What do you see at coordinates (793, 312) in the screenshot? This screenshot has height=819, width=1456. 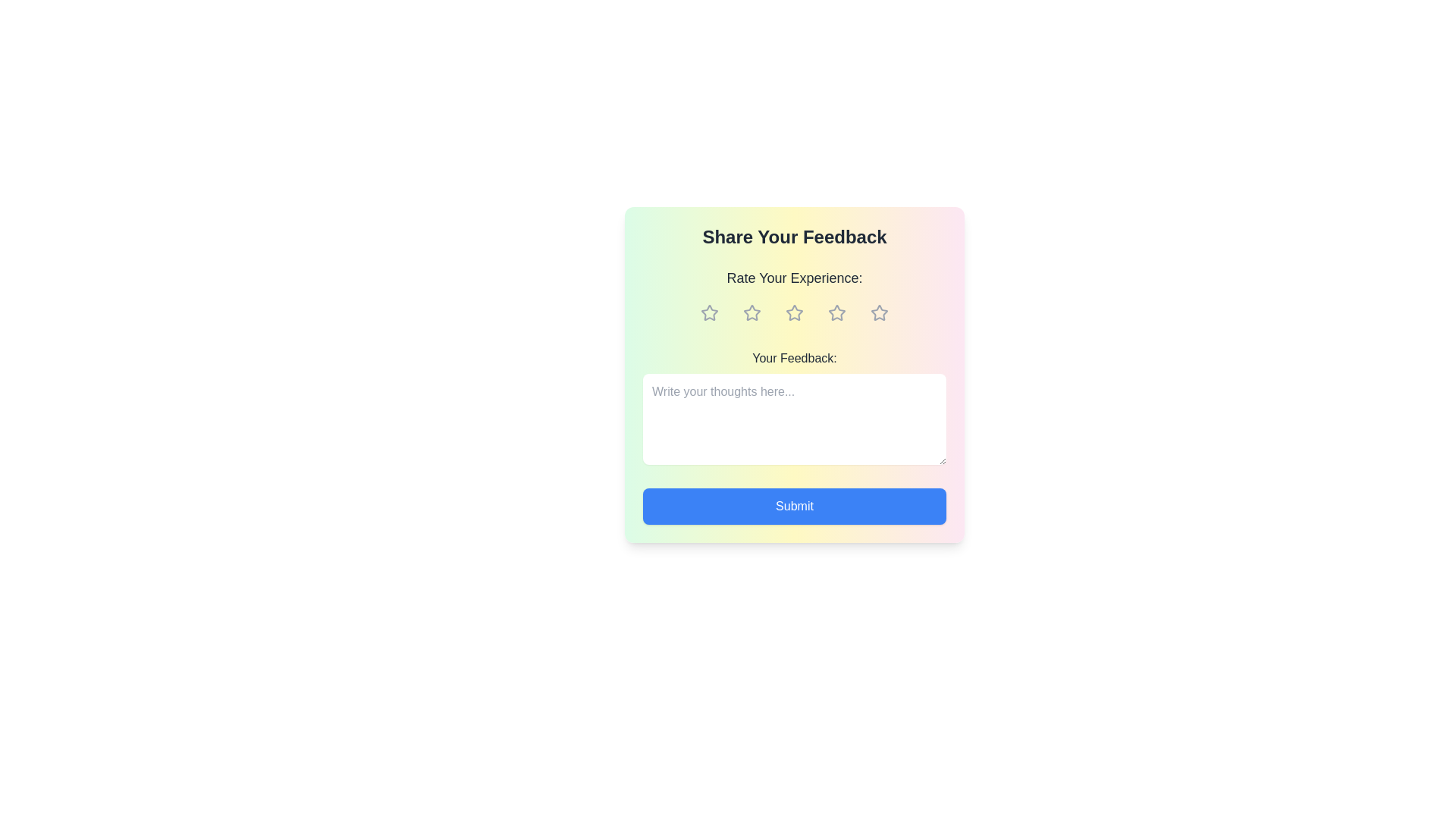 I see `the third star icon in the horizontal row of rating stars below the text 'Rate Your Experience' to indicate a potential rating` at bounding box center [793, 312].